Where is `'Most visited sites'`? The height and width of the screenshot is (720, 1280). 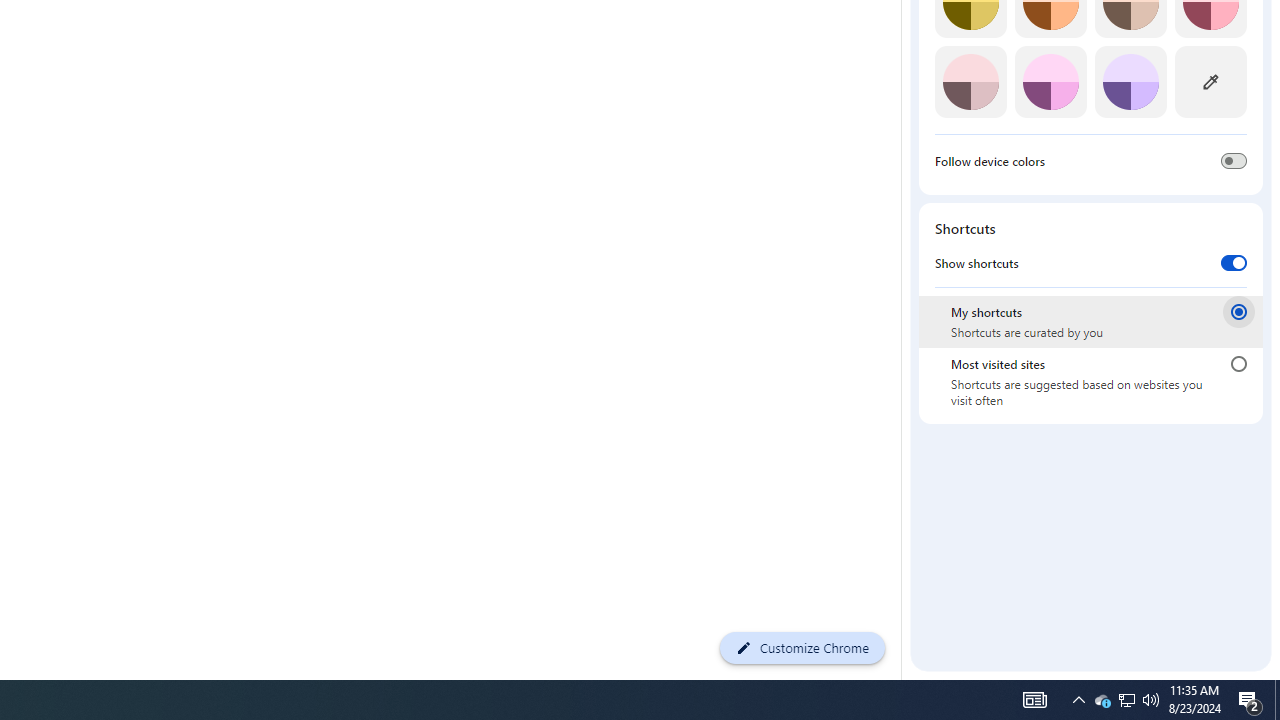 'Most visited sites' is located at coordinates (1238, 363).